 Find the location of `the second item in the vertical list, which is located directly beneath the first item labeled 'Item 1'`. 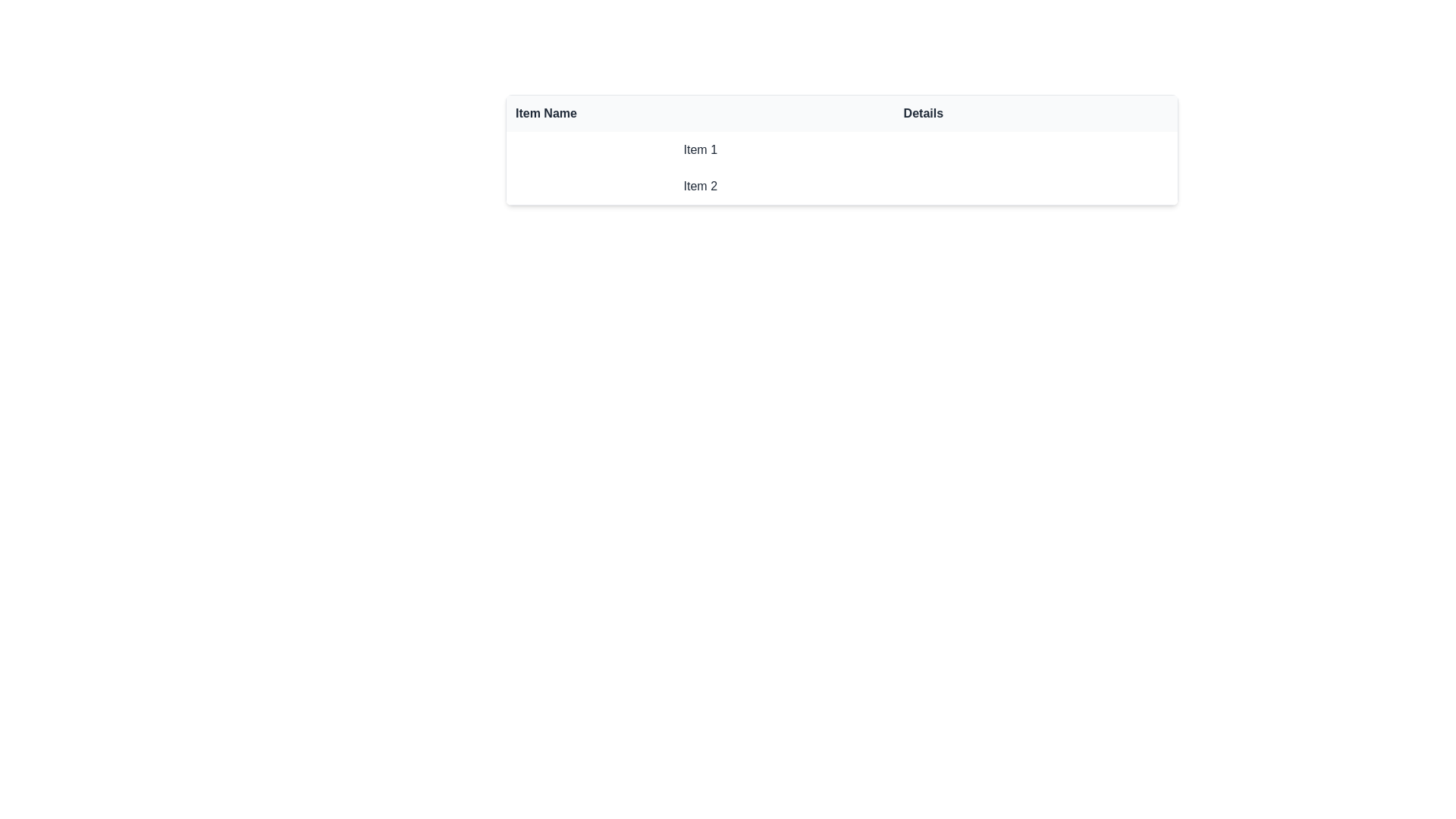

the second item in the vertical list, which is located directly beneath the first item labeled 'Item 1' is located at coordinates (841, 186).